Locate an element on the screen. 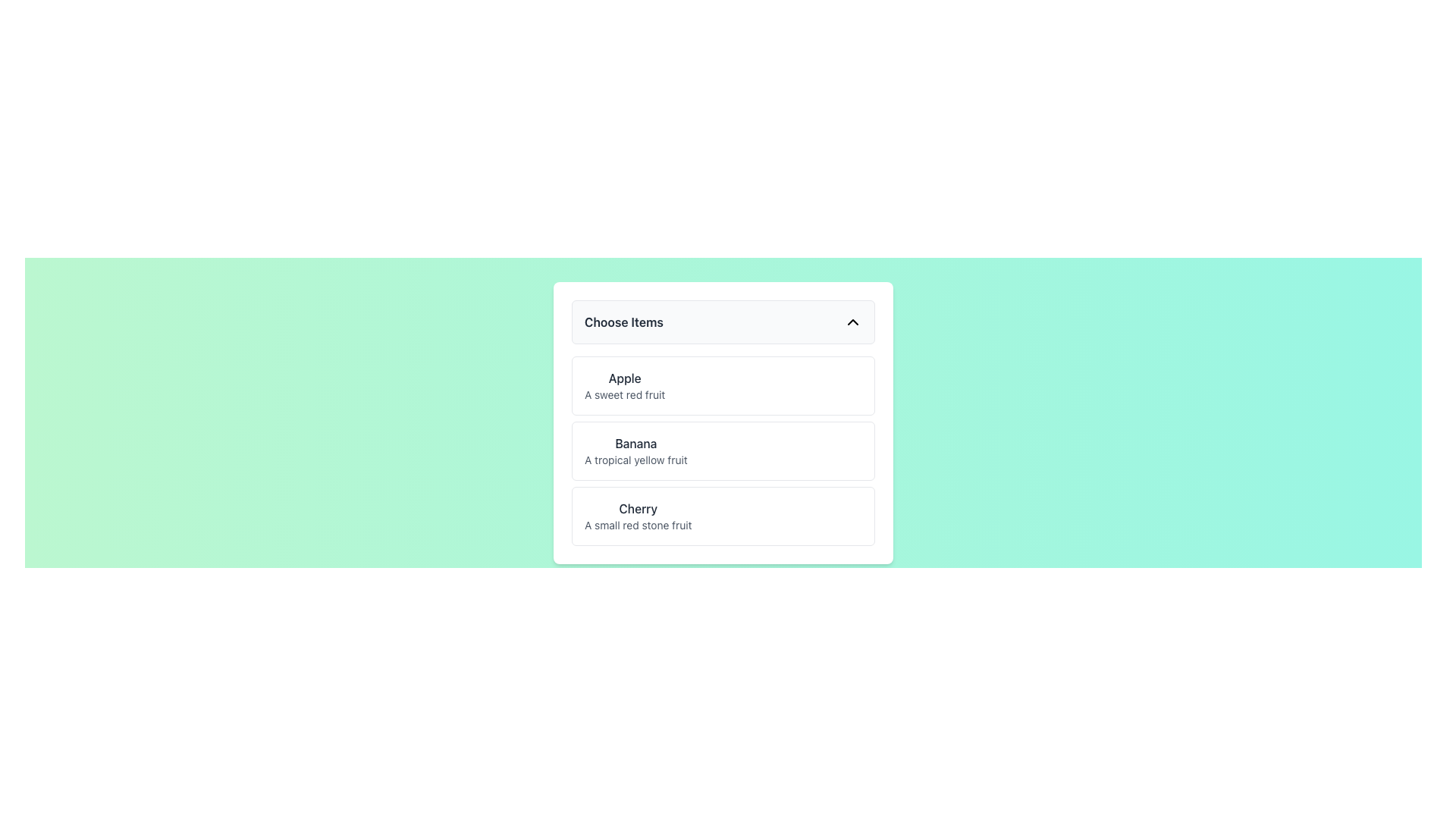 This screenshot has height=819, width=1456. the text label that describes 'Apple', which reads 'A sweet red fruit' and is styled with a smaller font size and gray color, positioned just beneath the bold 'Apple' text is located at coordinates (625, 394).